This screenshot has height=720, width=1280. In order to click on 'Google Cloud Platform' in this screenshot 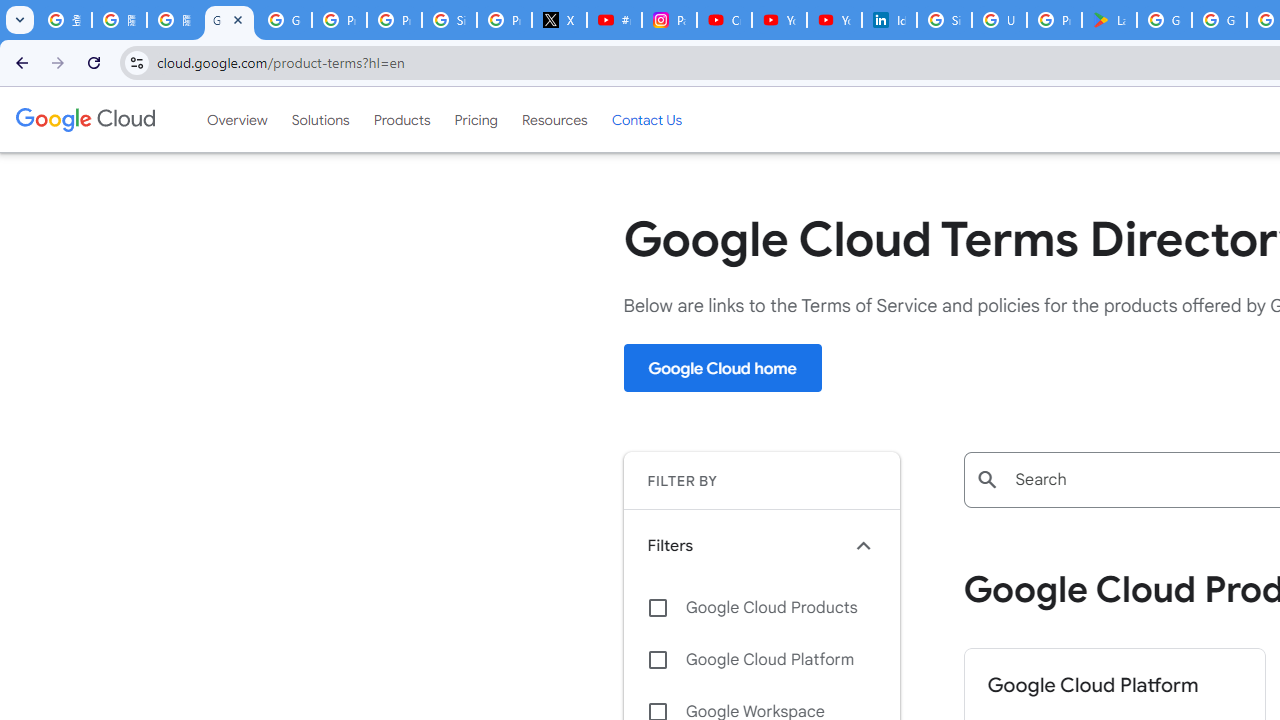, I will do `click(760, 660)`.